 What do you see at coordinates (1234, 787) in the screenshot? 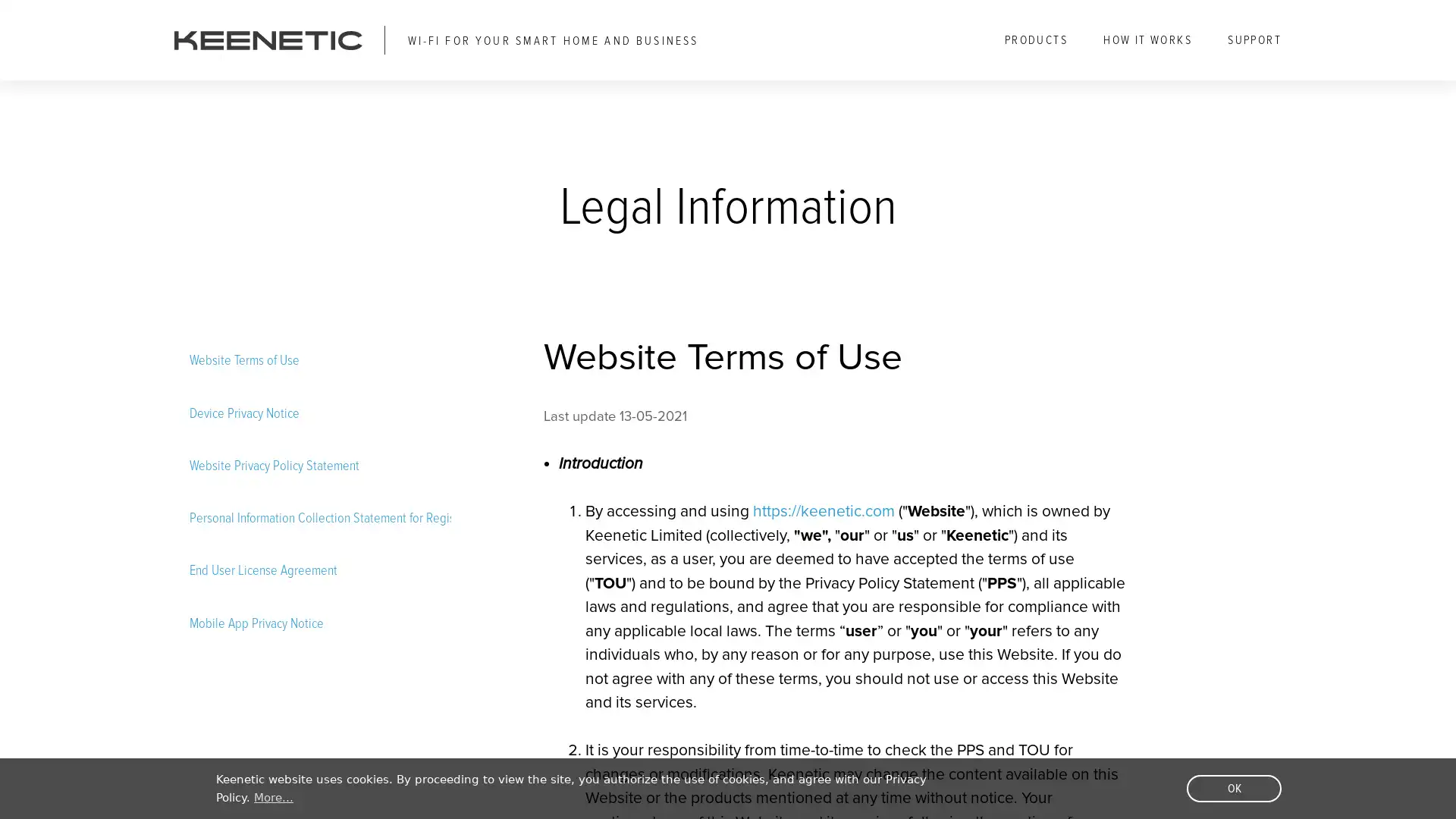
I see `dismiss cookie message` at bounding box center [1234, 787].